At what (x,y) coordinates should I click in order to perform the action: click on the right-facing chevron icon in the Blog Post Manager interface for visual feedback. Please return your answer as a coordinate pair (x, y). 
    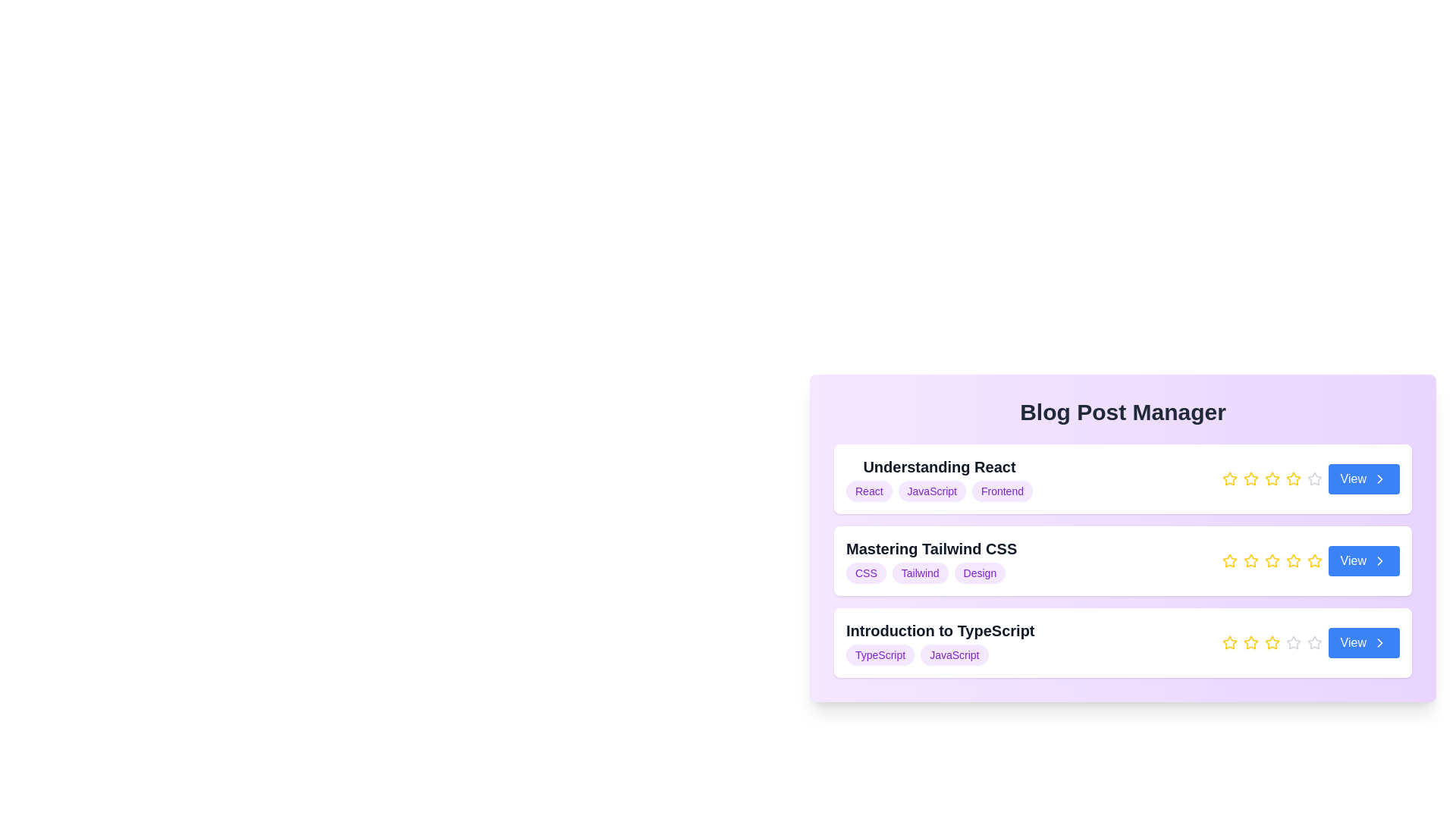
    Looking at the image, I should click on (1379, 479).